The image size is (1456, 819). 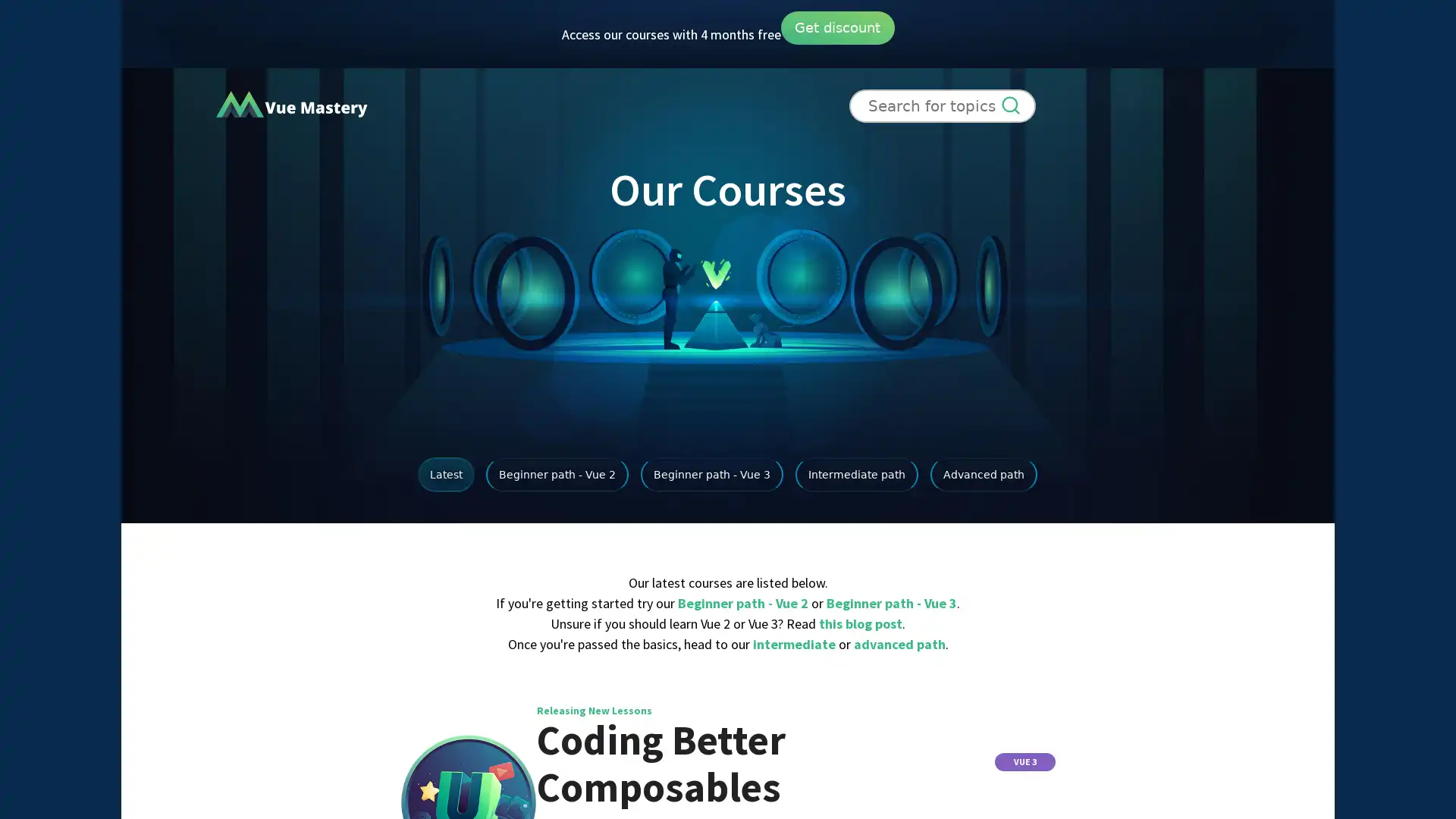 What do you see at coordinates (347, 473) in the screenshot?
I see `Latest` at bounding box center [347, 473].